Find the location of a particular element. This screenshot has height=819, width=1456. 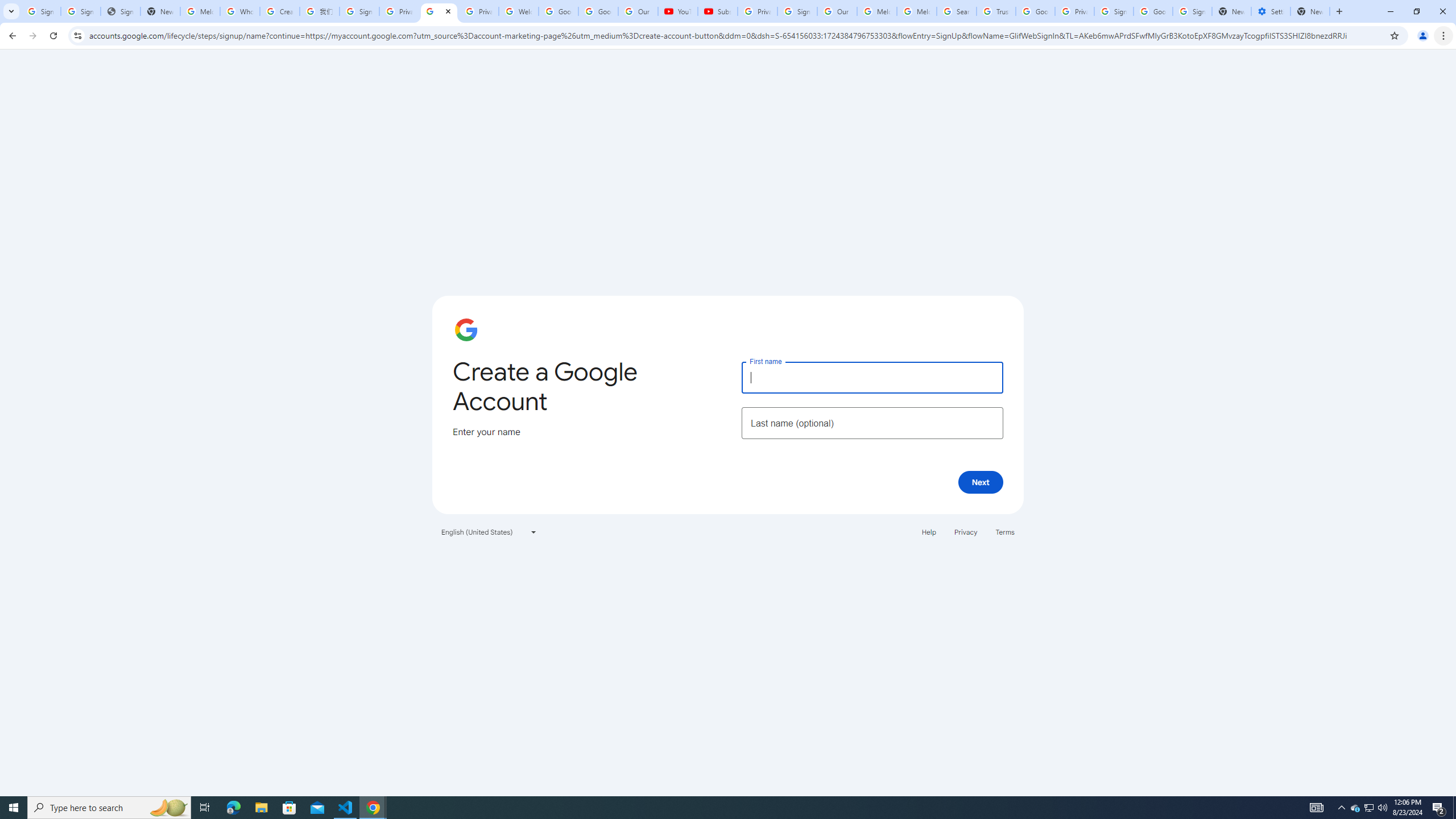

'Search our Doodle Library Collection - Google Doodles' is located at coordinates (955, 11).